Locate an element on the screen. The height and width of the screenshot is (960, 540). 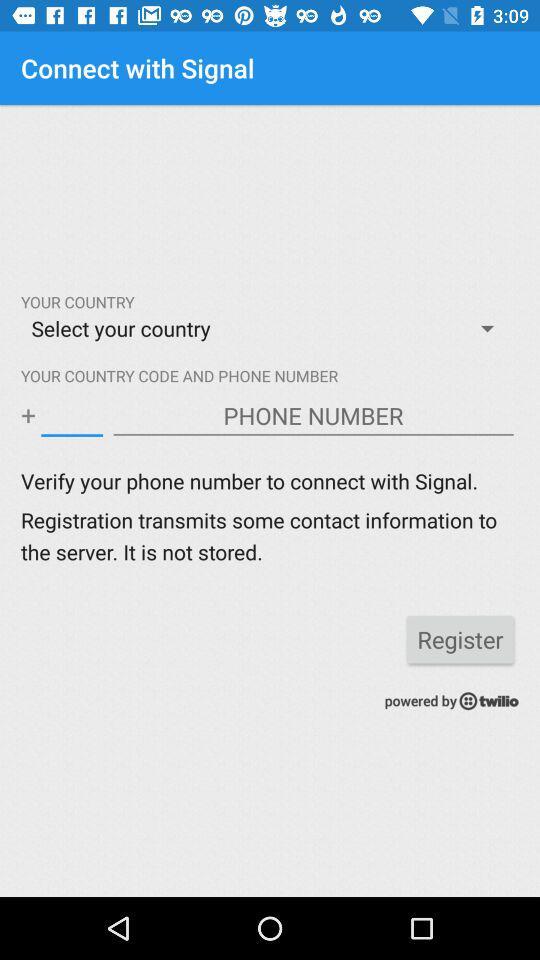
area code is located at coordinates (71, 415).